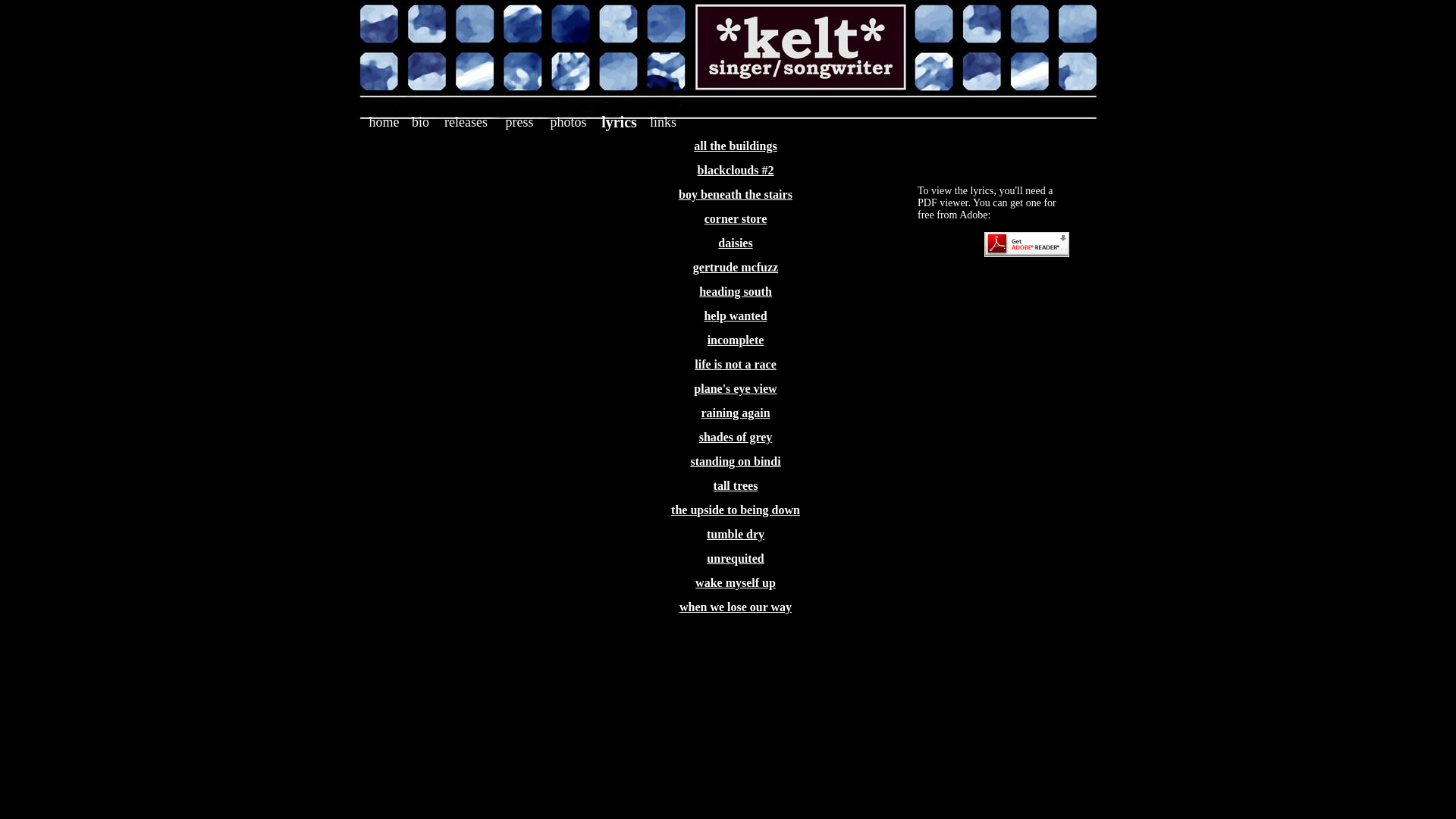  What do you see at coordinates (735, 460) in the screenshot?
I see `'standing on bindi'` at bounding box center [735, 460].